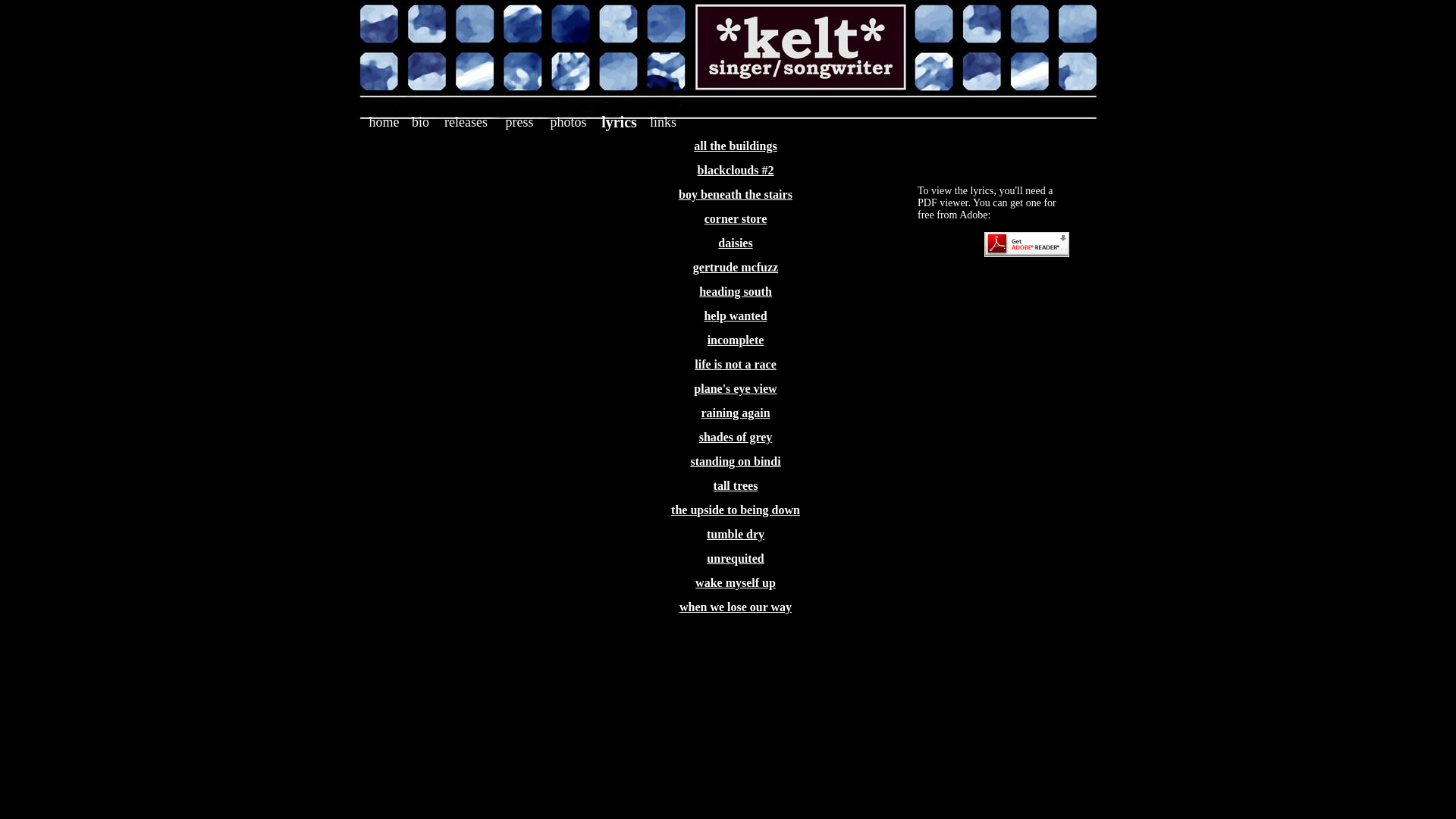  What do you see at coordinates (735, 460) in the screenshot?
I see `'standing on bindi'` at bounding box center [735, 460].